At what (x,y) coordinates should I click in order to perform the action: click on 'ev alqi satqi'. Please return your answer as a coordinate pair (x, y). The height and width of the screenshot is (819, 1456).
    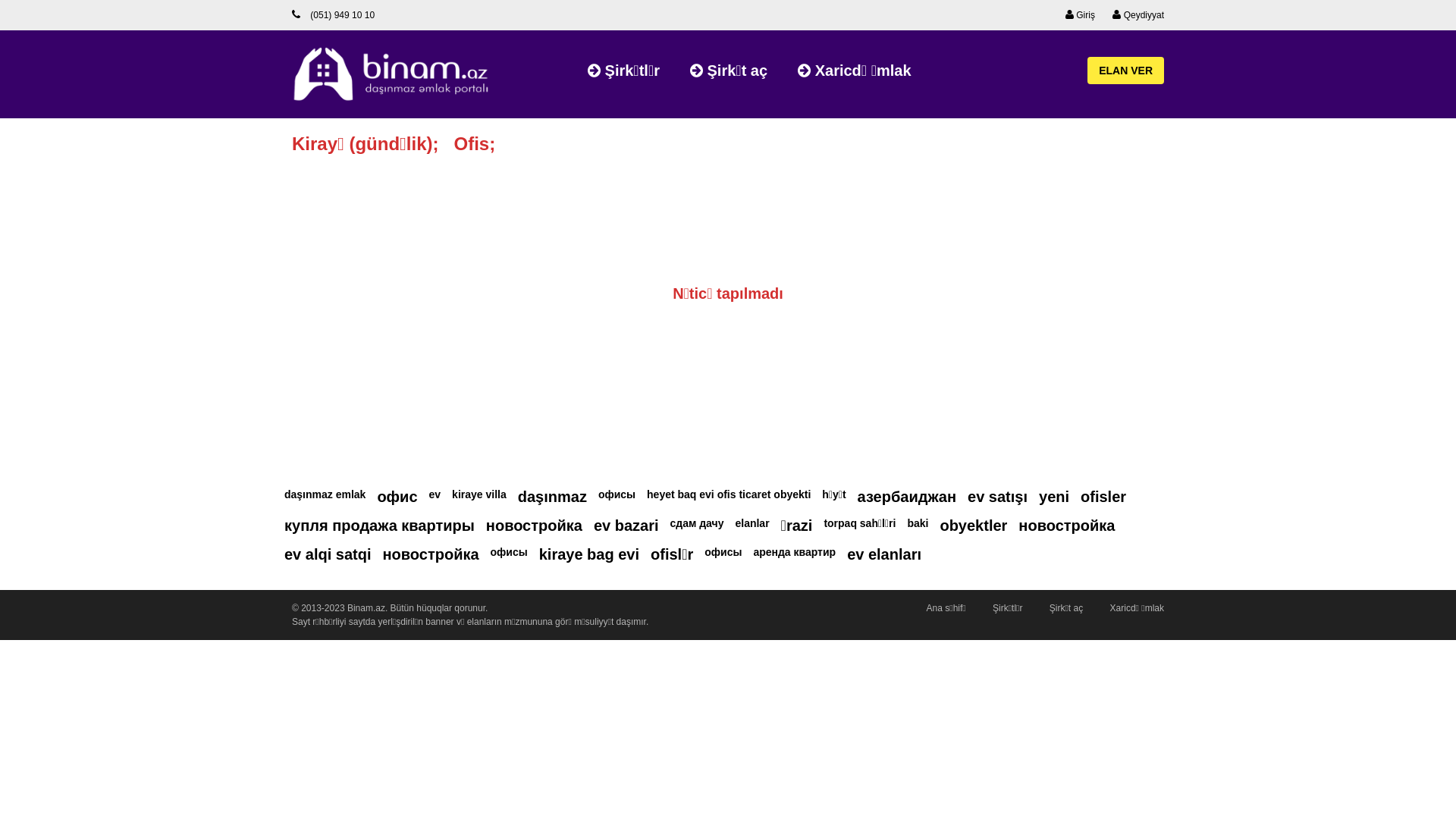
    Looking at the image, I should click on (327, 554).